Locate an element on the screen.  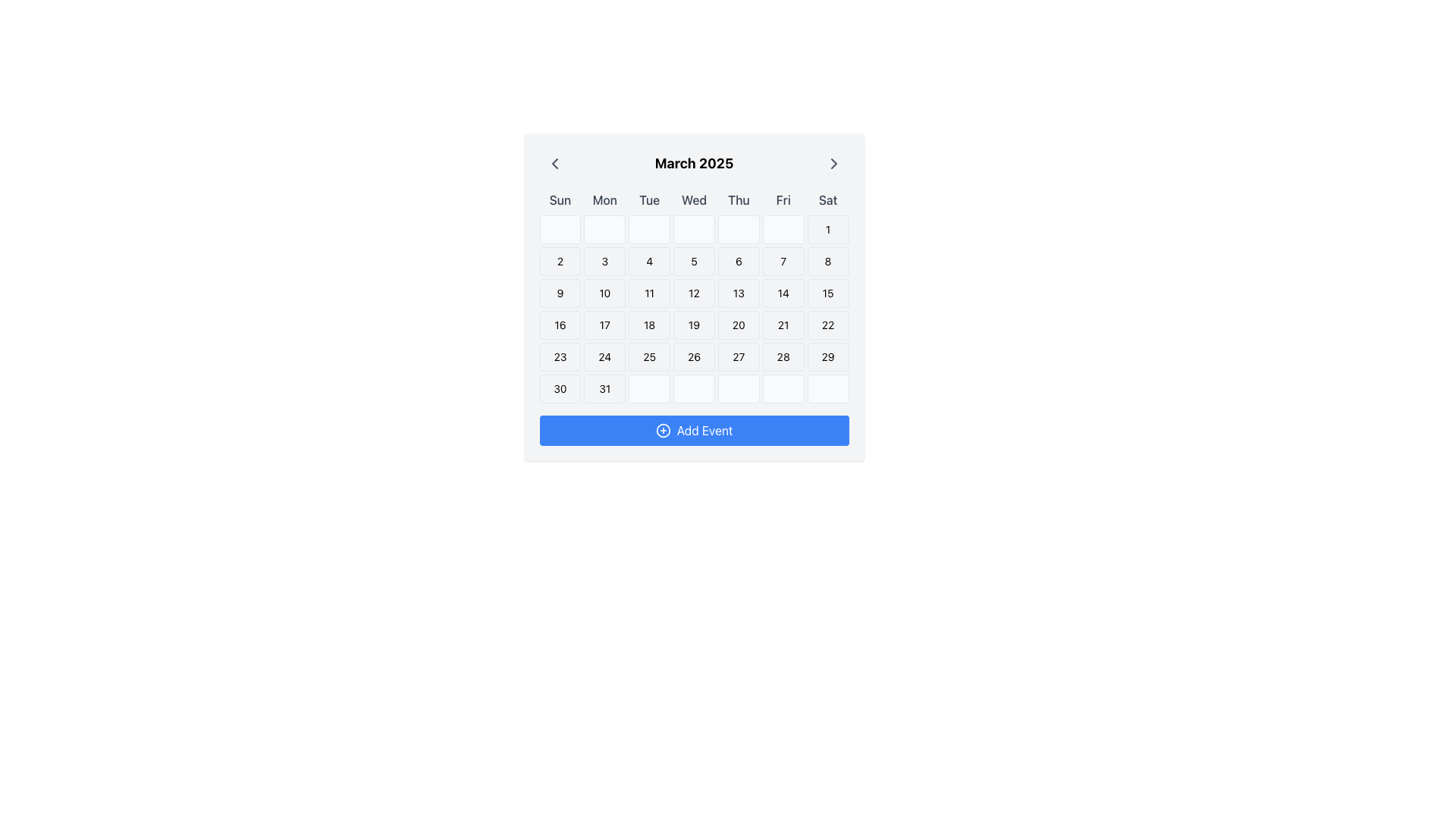
the calendar date cell displaying the text '12' in the fourth row and fifth column is located at coordinates (693, 293).